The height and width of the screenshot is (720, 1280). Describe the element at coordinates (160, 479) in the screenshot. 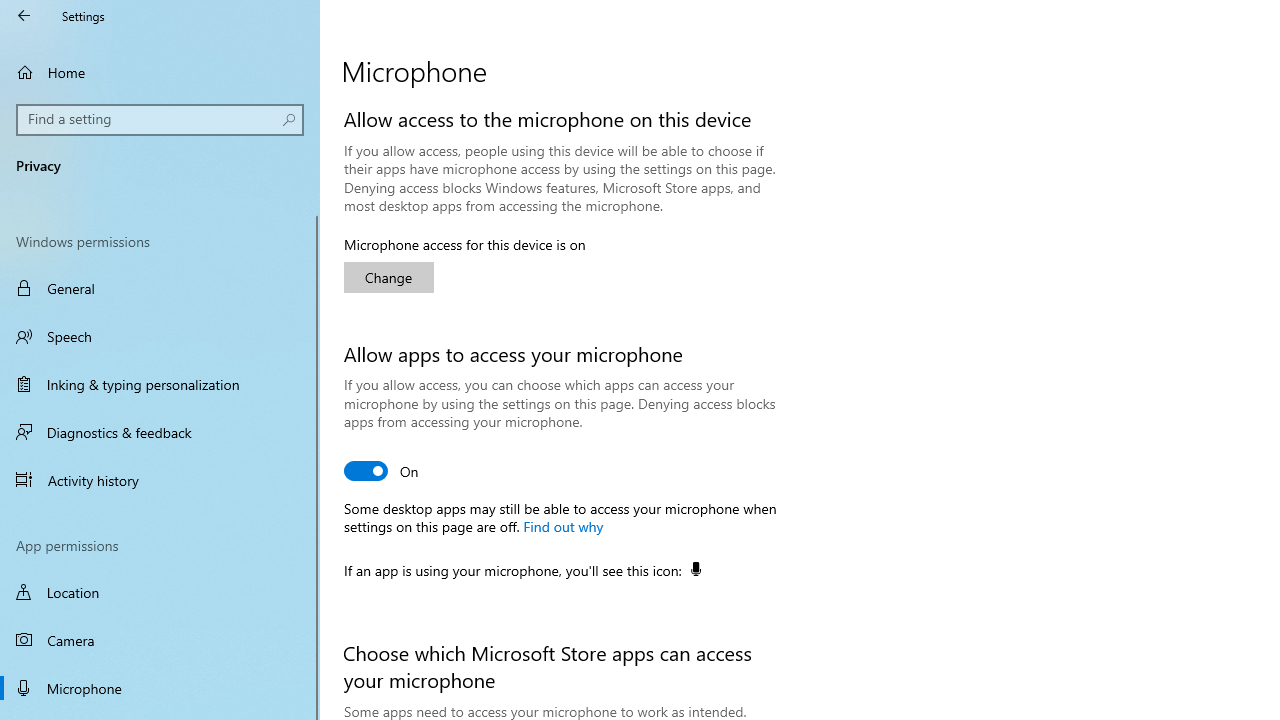

I see `'Activity history'` at that location.